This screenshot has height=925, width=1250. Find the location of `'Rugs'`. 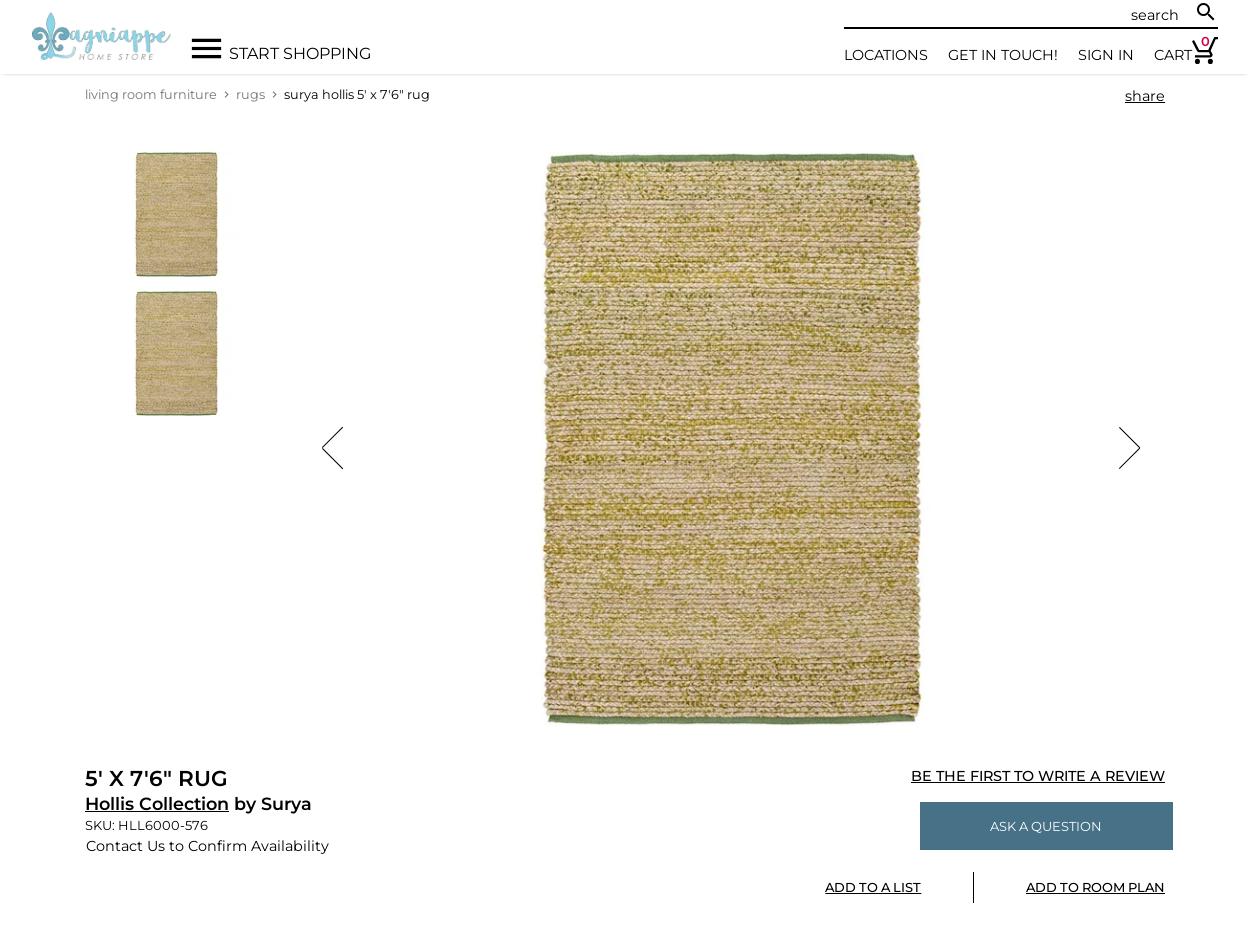

'Rugs' is located at coordinates (250, 92).